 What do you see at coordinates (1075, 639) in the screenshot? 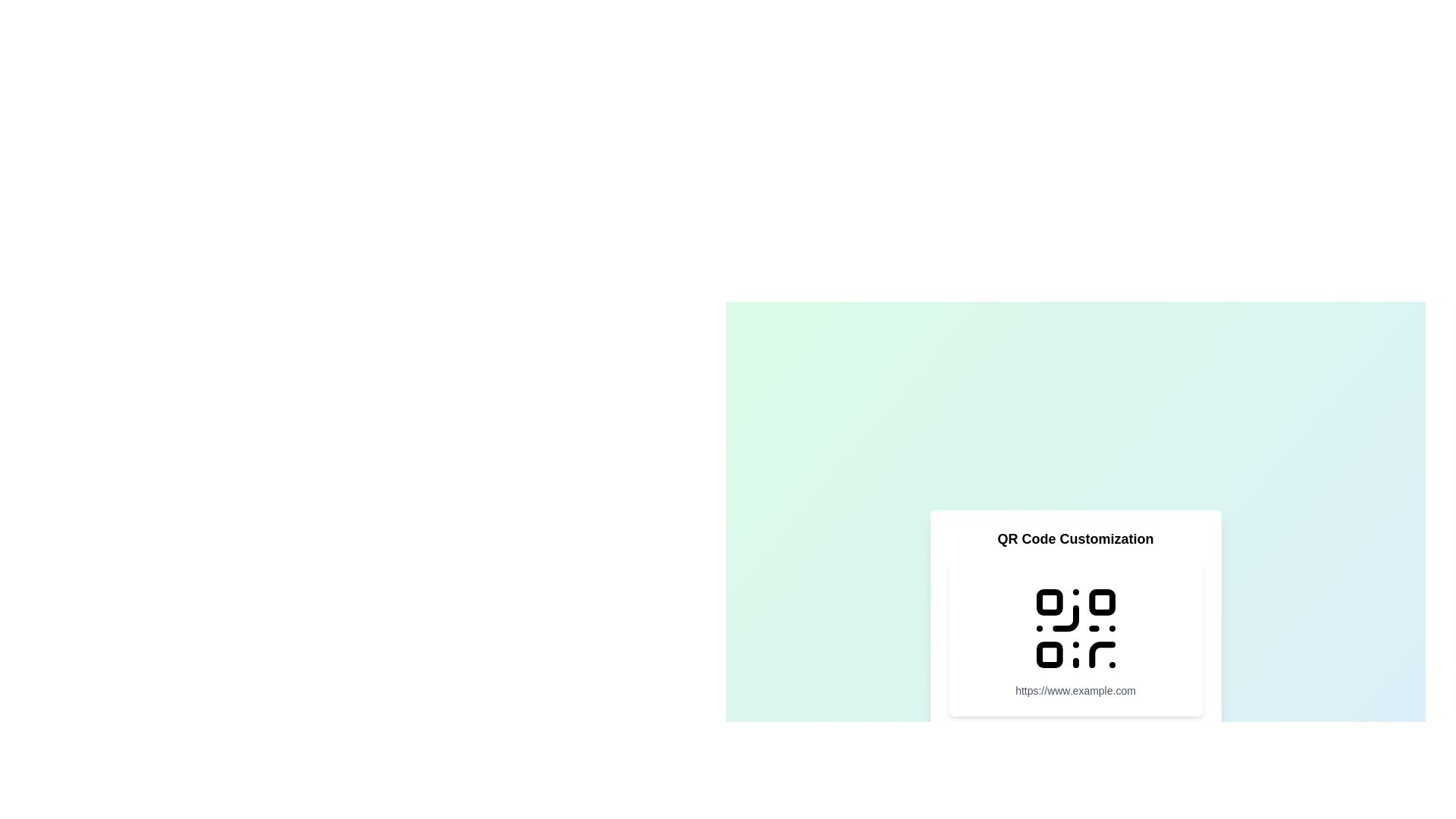
I see `the QR code located in the white rectangular card with rounded corners, which displays a QR code centered above the text link 'https://www.example.com'` at bounding box center [1075, 639].